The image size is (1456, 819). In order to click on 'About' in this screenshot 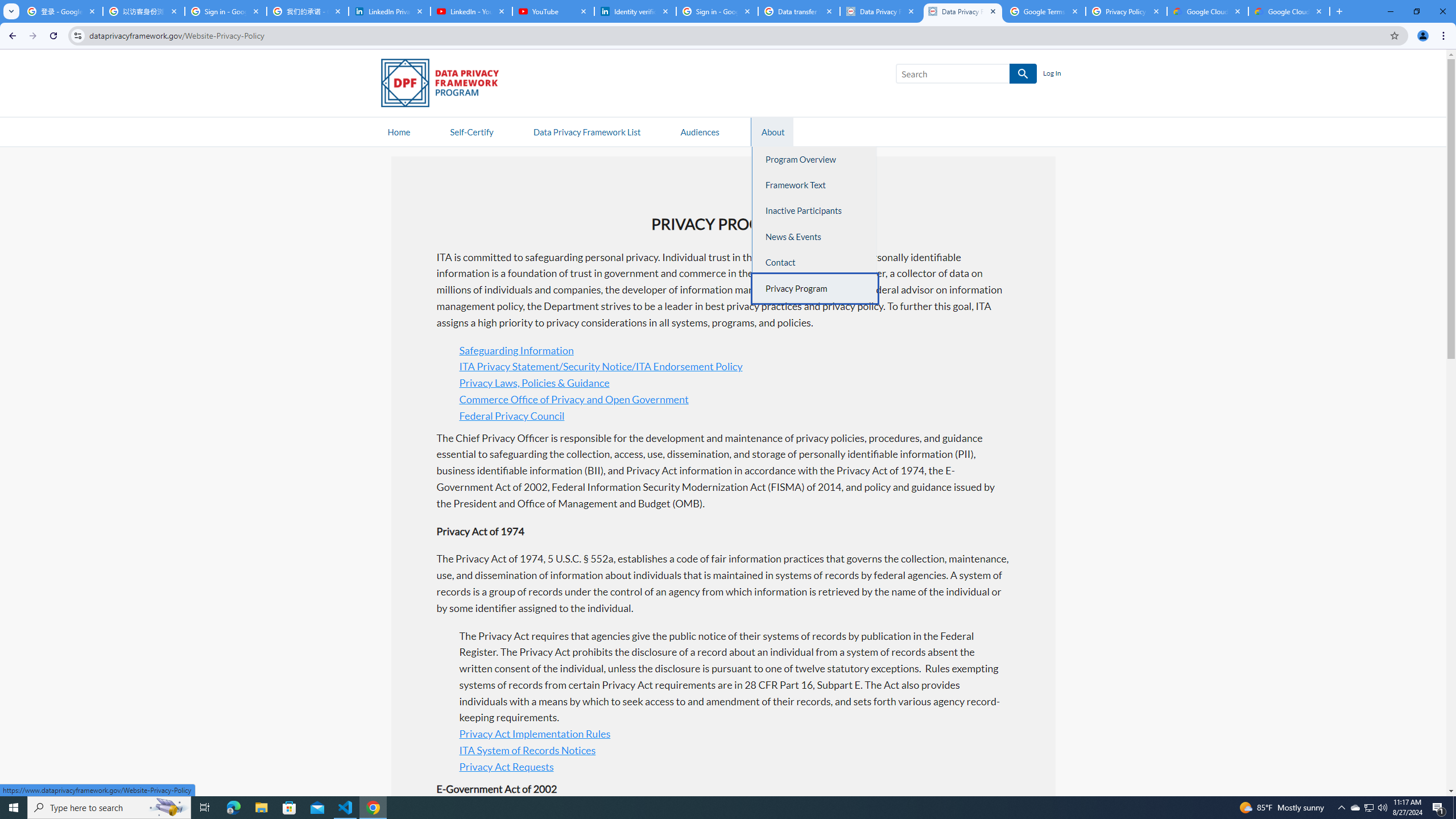, I will do `click(772, 131)`.